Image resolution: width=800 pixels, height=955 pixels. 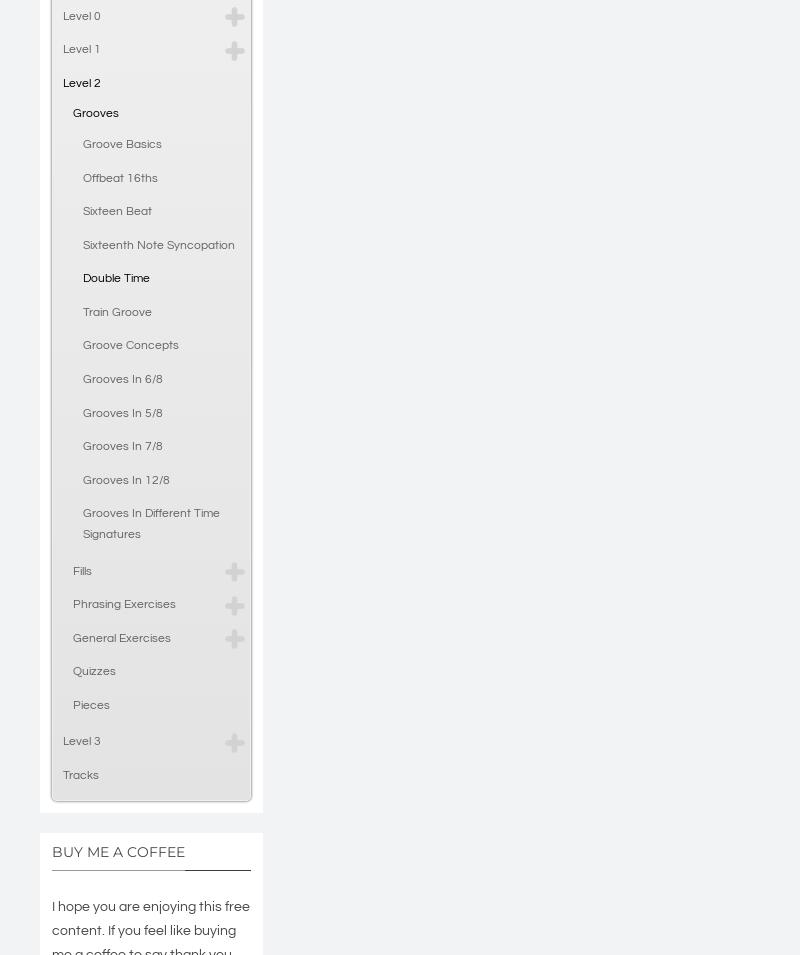 I want to click on 'Train Groove', so click(x=116, y=311).